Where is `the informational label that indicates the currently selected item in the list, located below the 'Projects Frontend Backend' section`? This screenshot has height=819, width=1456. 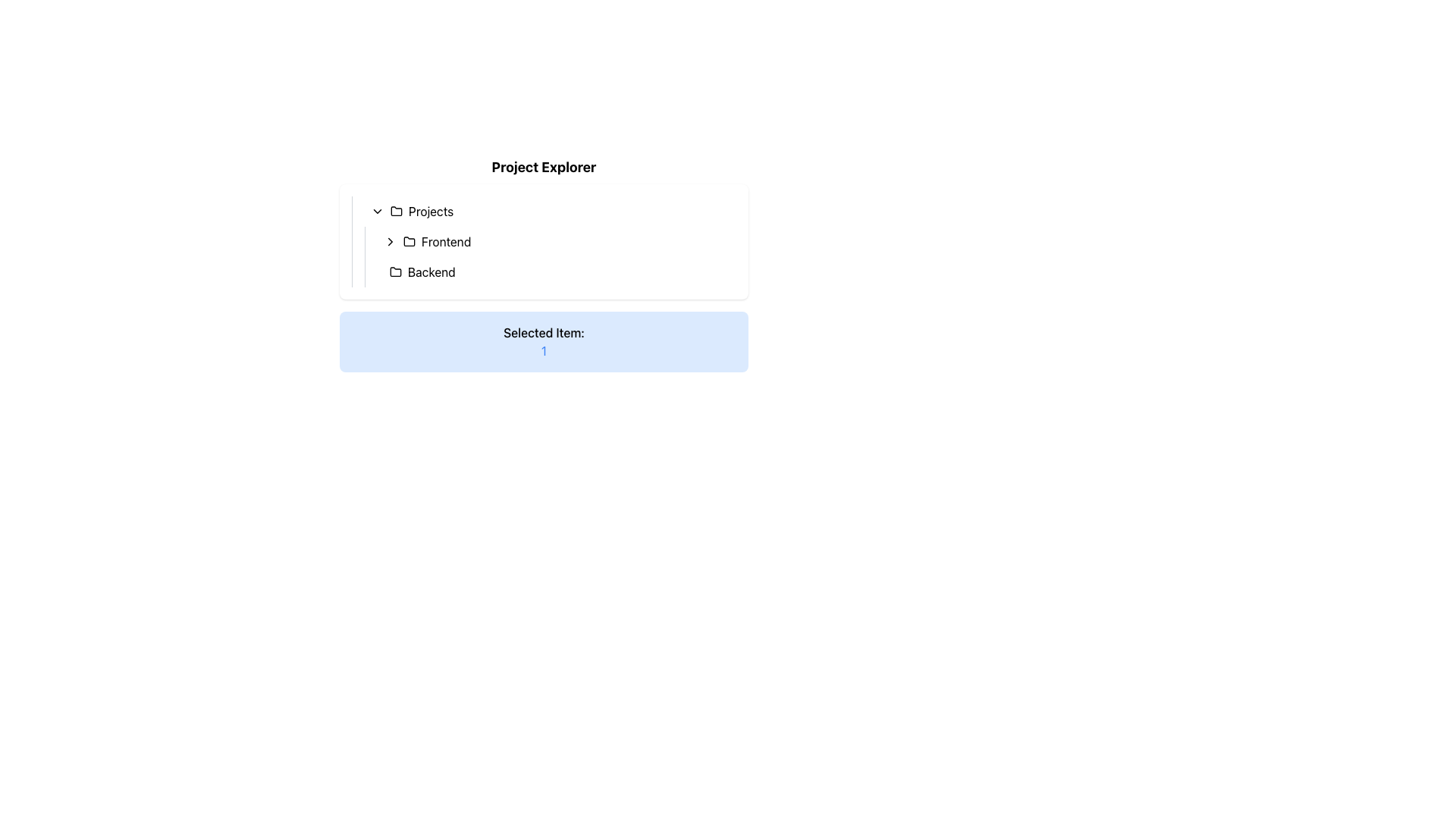 the informational label that indicates the currently selected item in the list, located below the 'Projects Frontend Backend' section is located at coordinates (544, 342).